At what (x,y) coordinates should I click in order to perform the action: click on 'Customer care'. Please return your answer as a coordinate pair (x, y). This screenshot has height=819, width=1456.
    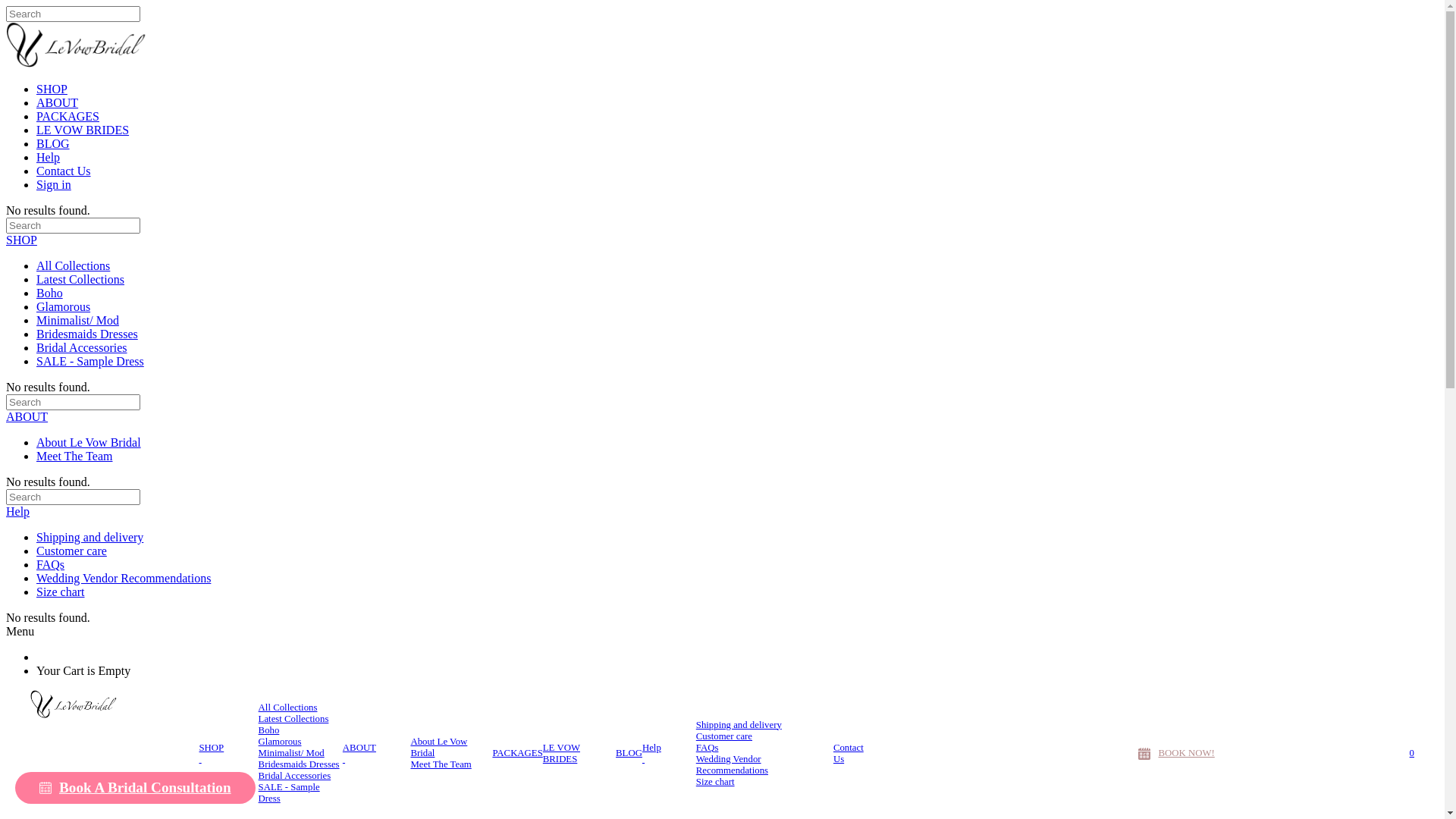
    Looking at the image, I should click on (695, 736).